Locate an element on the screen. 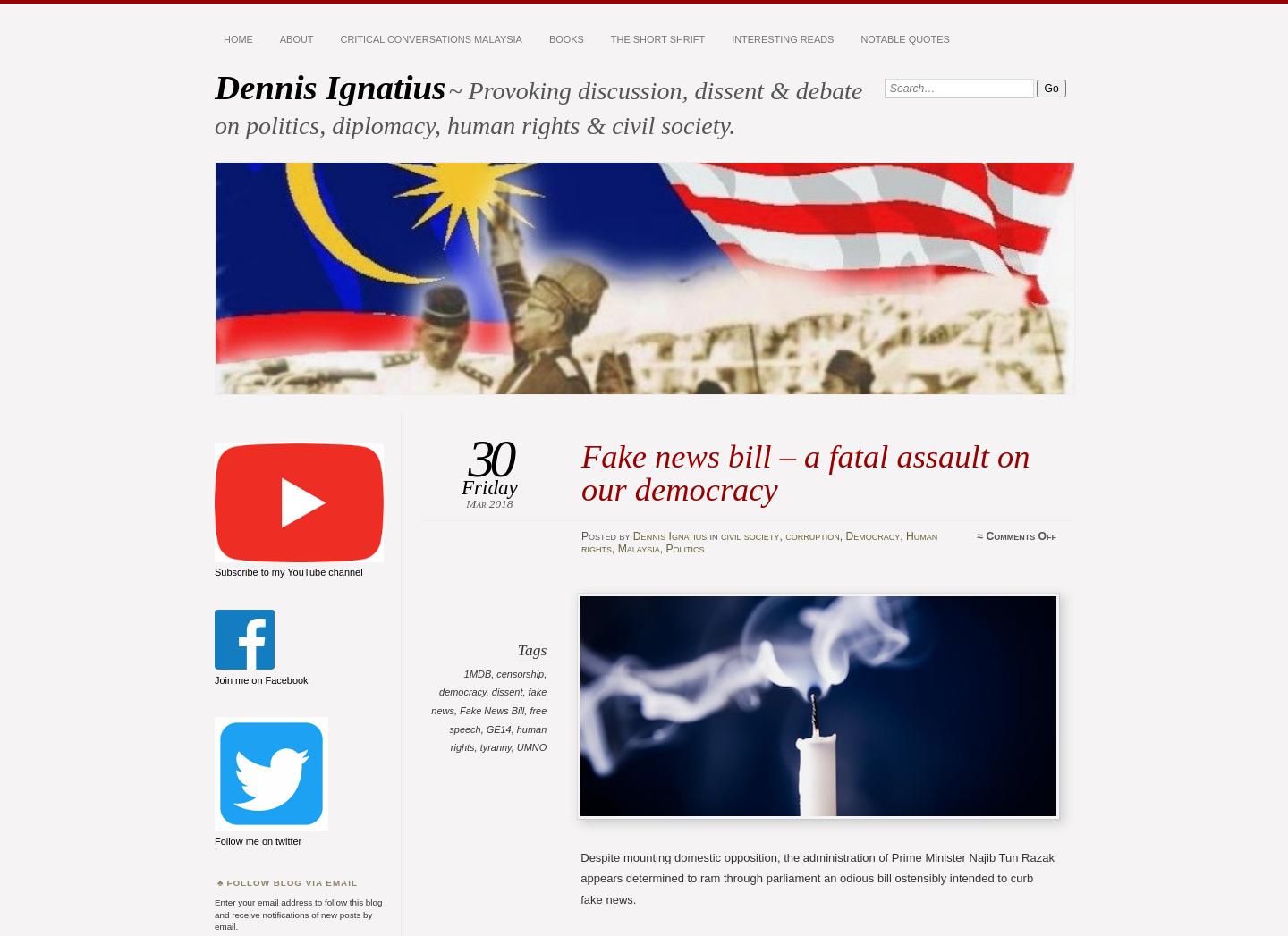 Image resolution: width=1288 pixels, height=936 pixels. 'tyranny' is located at coordinates (495, 747).